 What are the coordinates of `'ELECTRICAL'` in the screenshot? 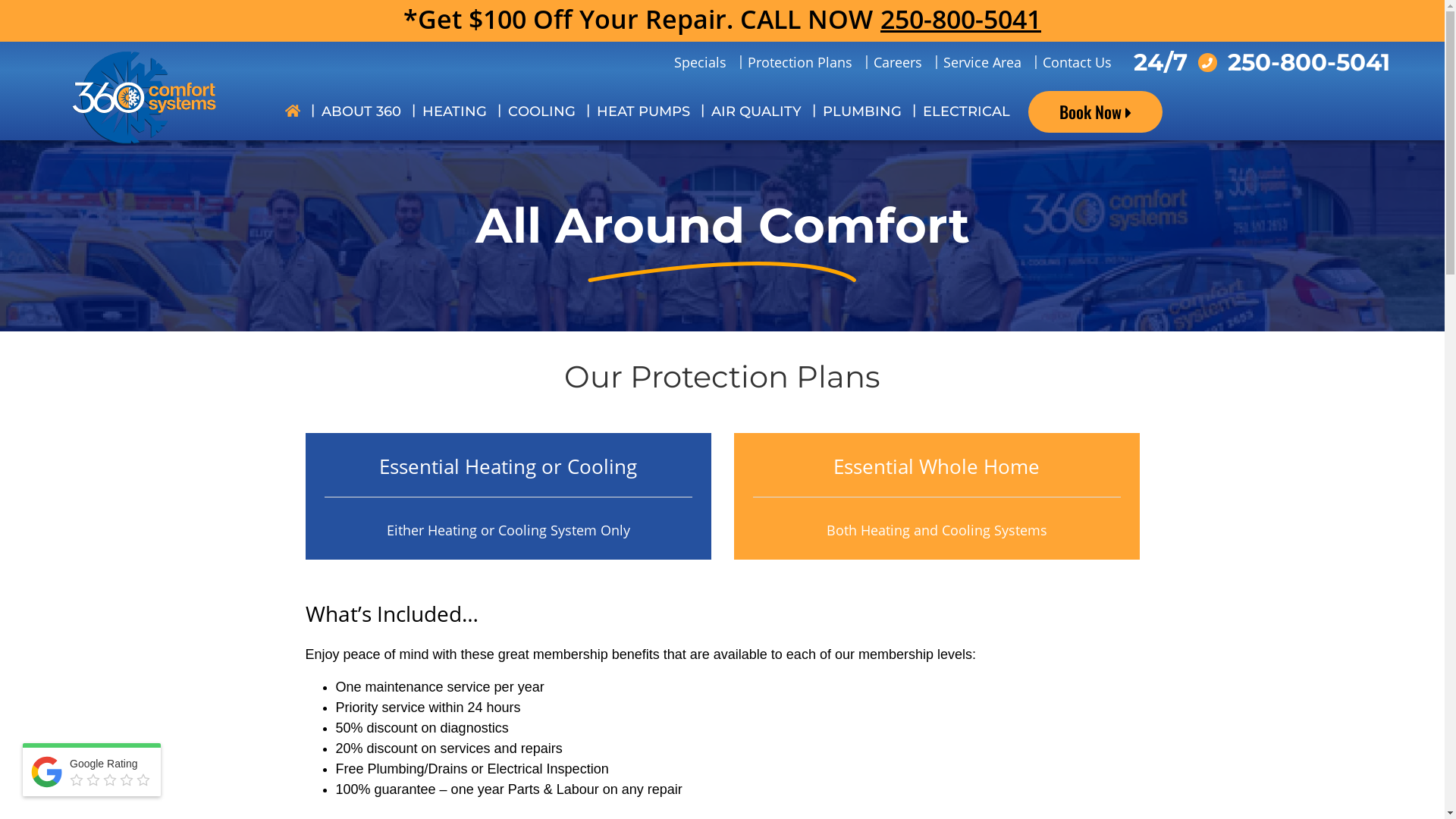 It's located at (912, 111).